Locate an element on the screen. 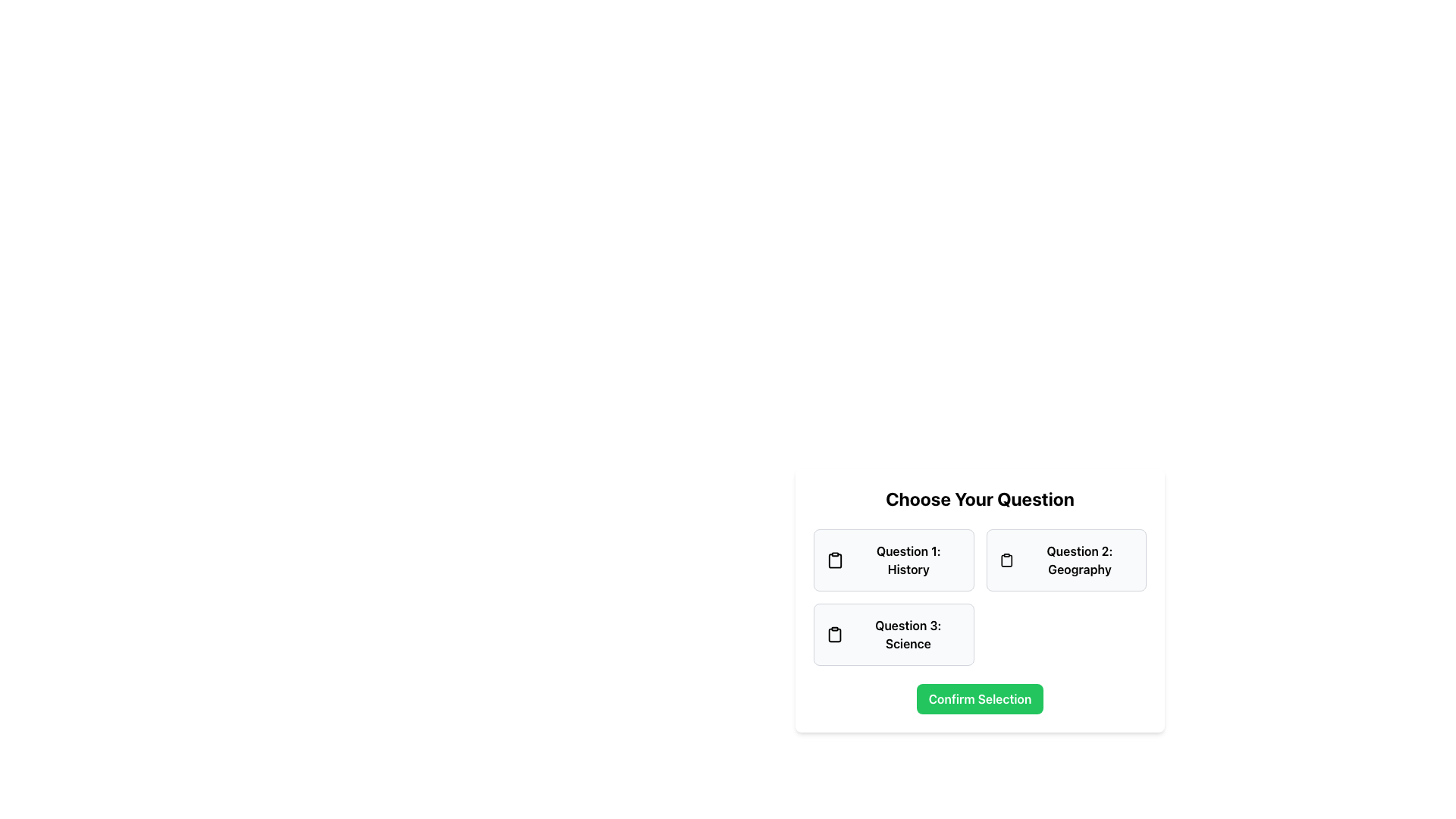 This screenshot has height=819, width=1456. the clipboard icon within the 'Science' option in the 'Choose Your Question' dialog, which is associated with the 'Question 3: Science' button is located at coordinates (834, 635).